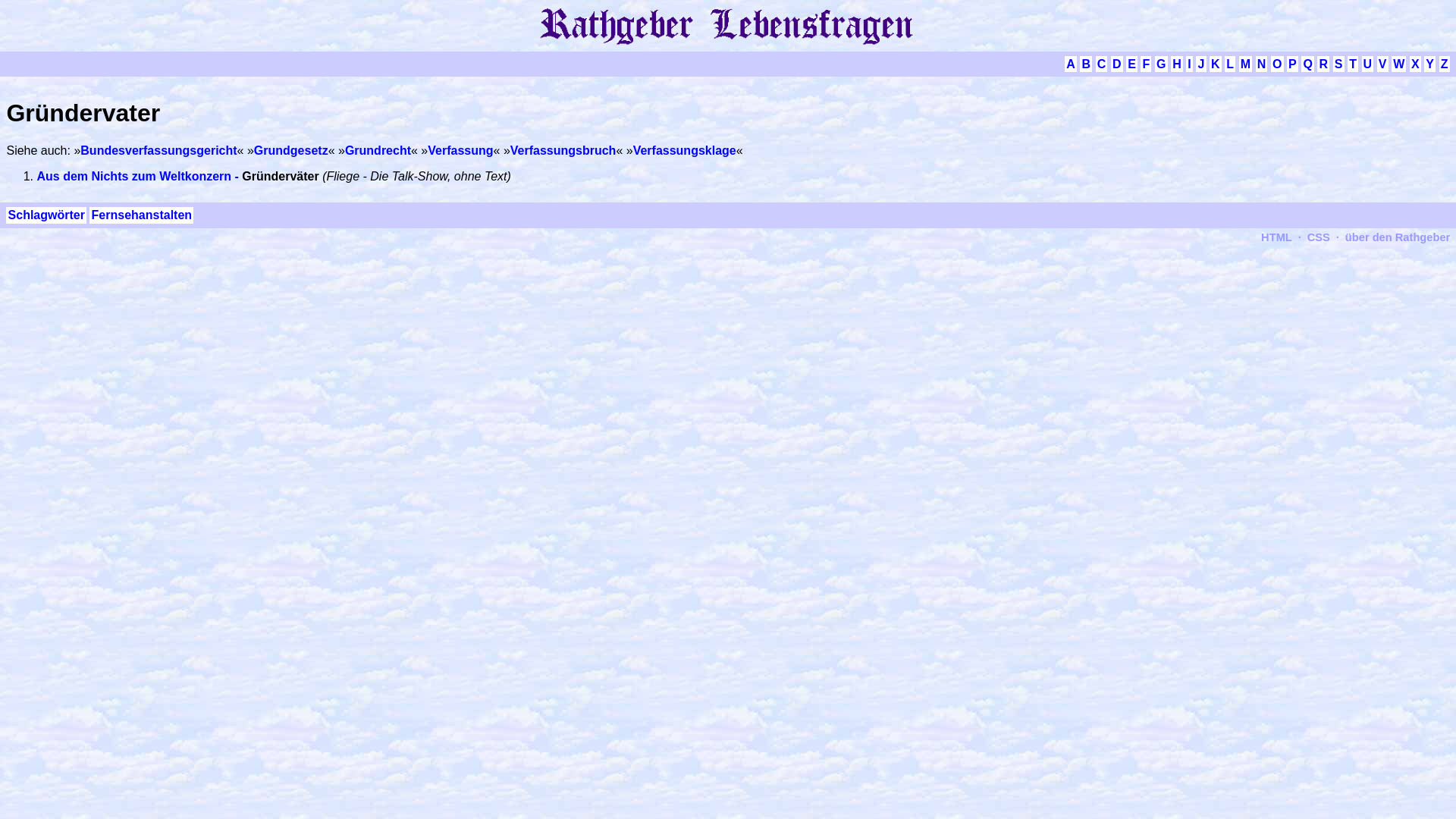 The height and width of the screenshot is (819, 1456). I want to click on 'D', so click(1117, 63).